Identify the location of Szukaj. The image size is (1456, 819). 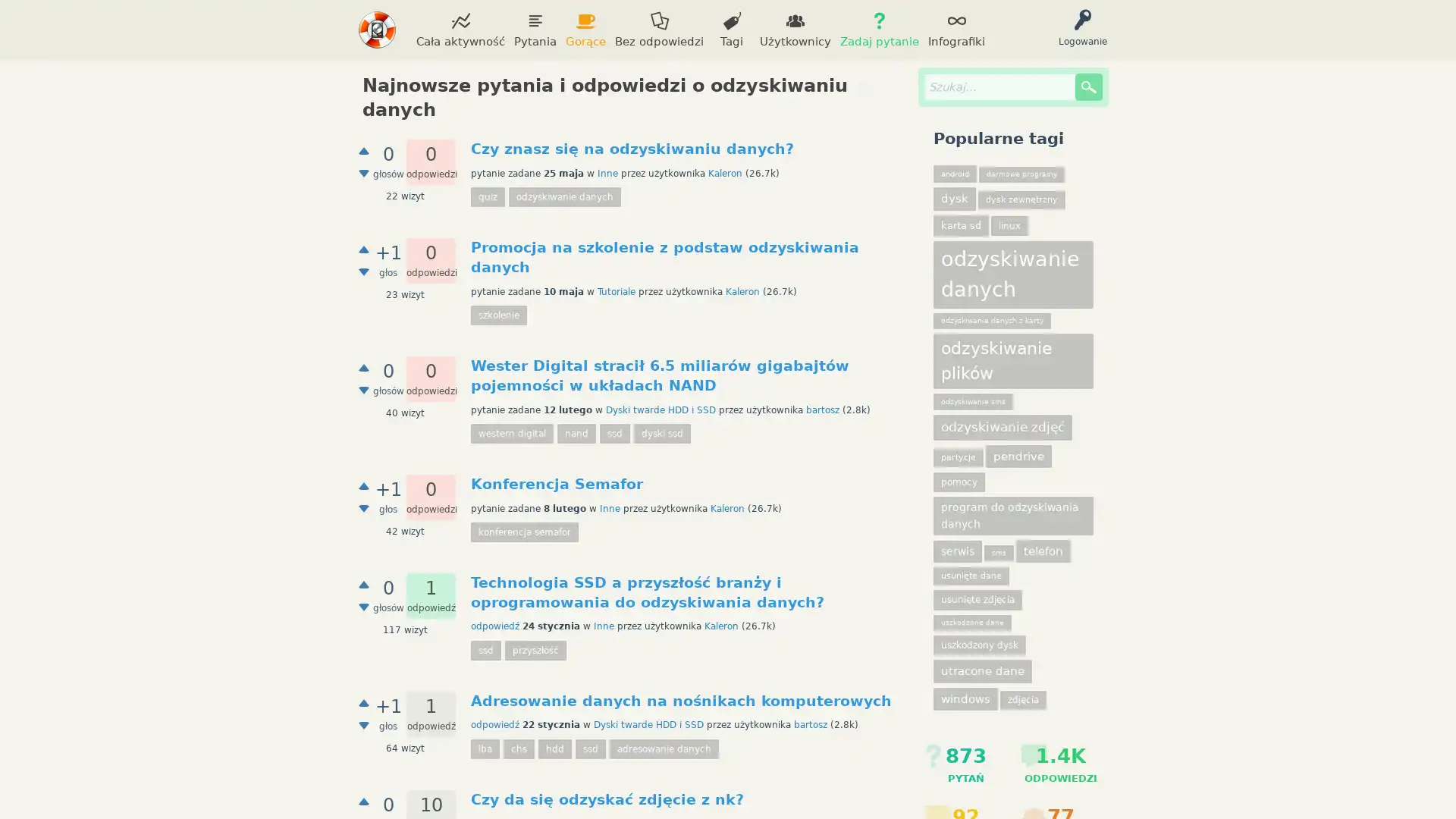
(1087, 87).